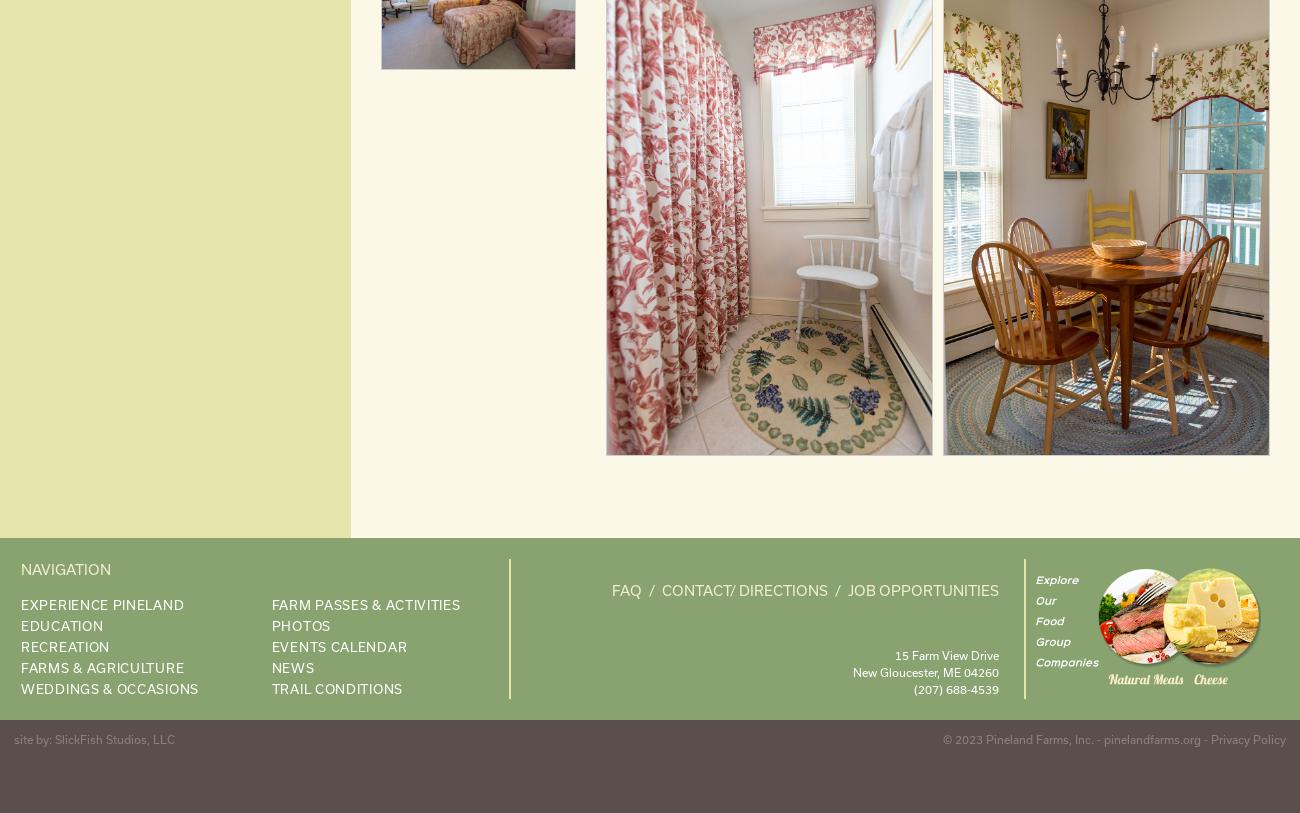  Describe the element at coordinates (102, 666) in the screenshot. I see `'Farms & Agriculture'` at that location.